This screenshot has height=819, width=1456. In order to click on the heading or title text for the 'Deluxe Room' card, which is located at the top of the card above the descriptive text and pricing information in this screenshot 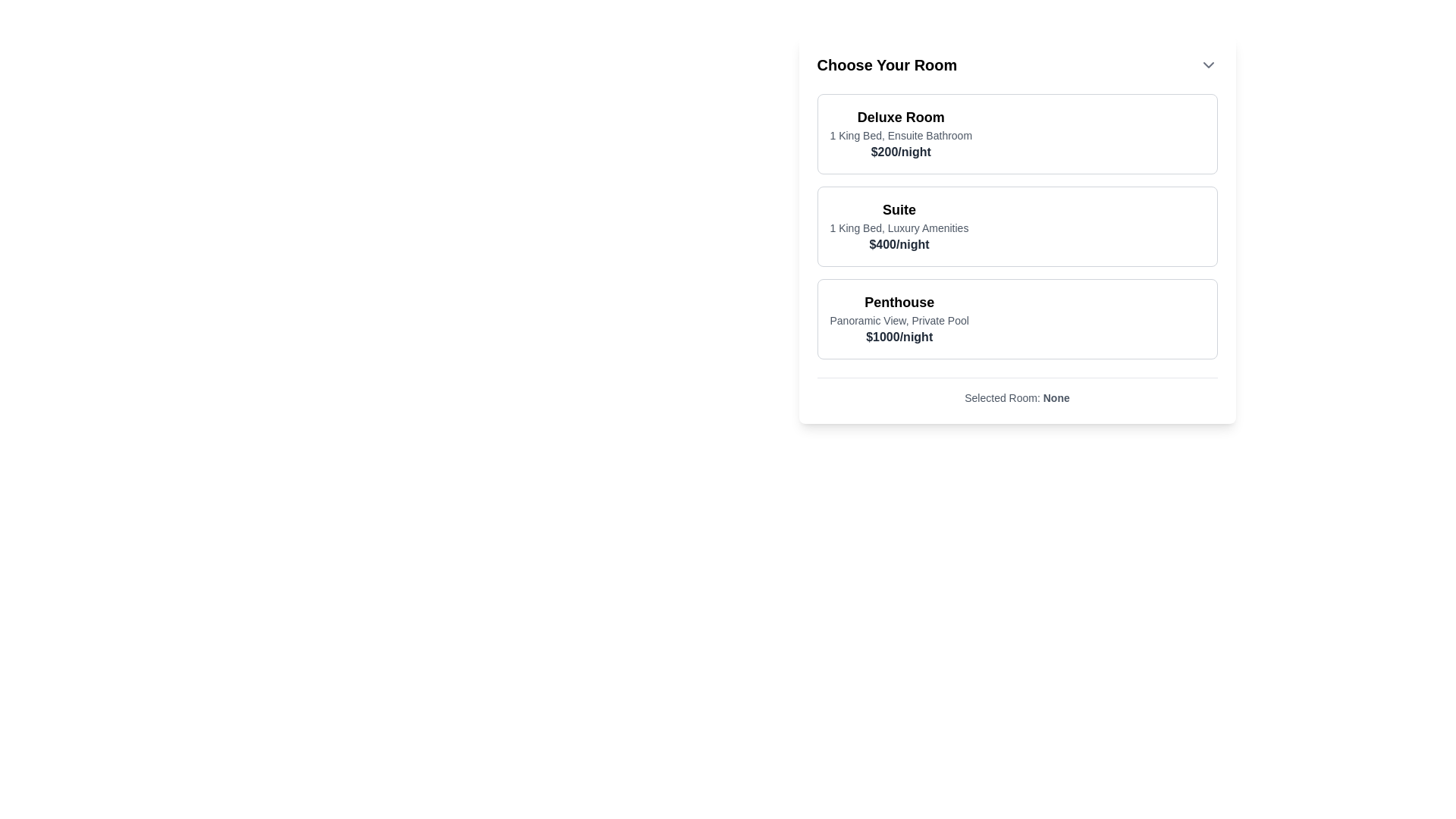, I will do `click(901, 116)`.